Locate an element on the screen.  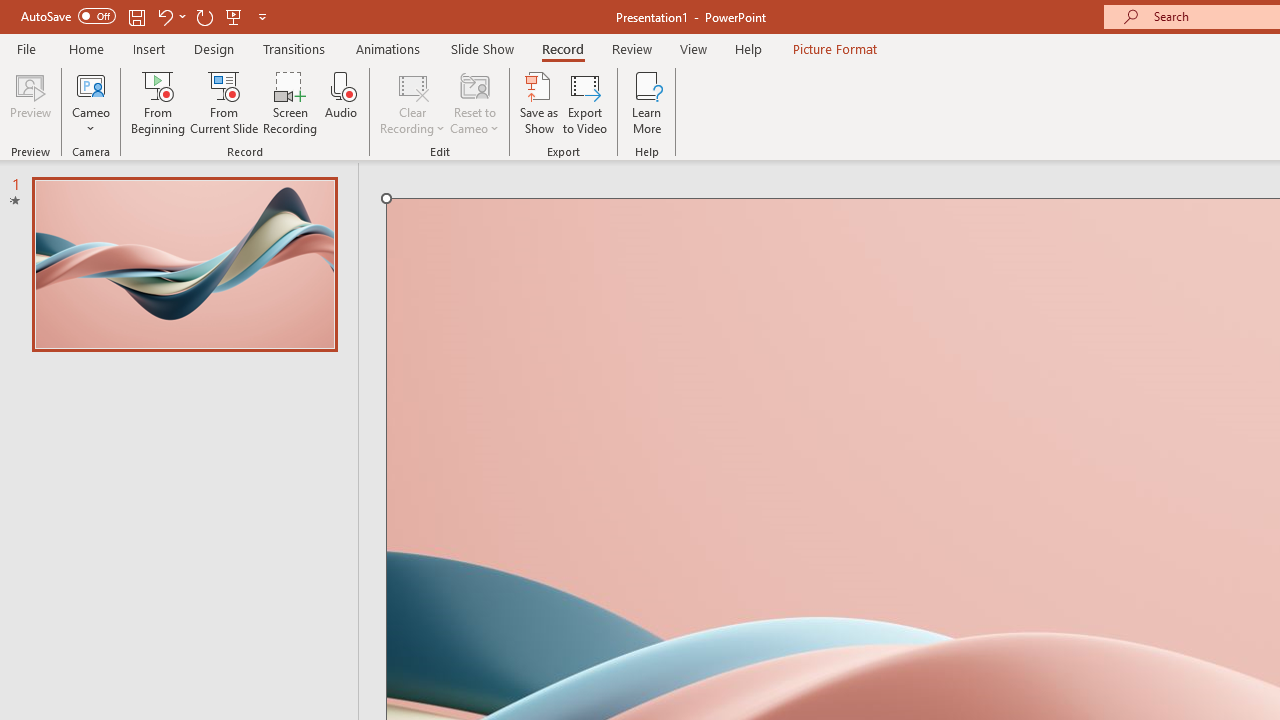
'Redo' is located at coordinates (204, 16).